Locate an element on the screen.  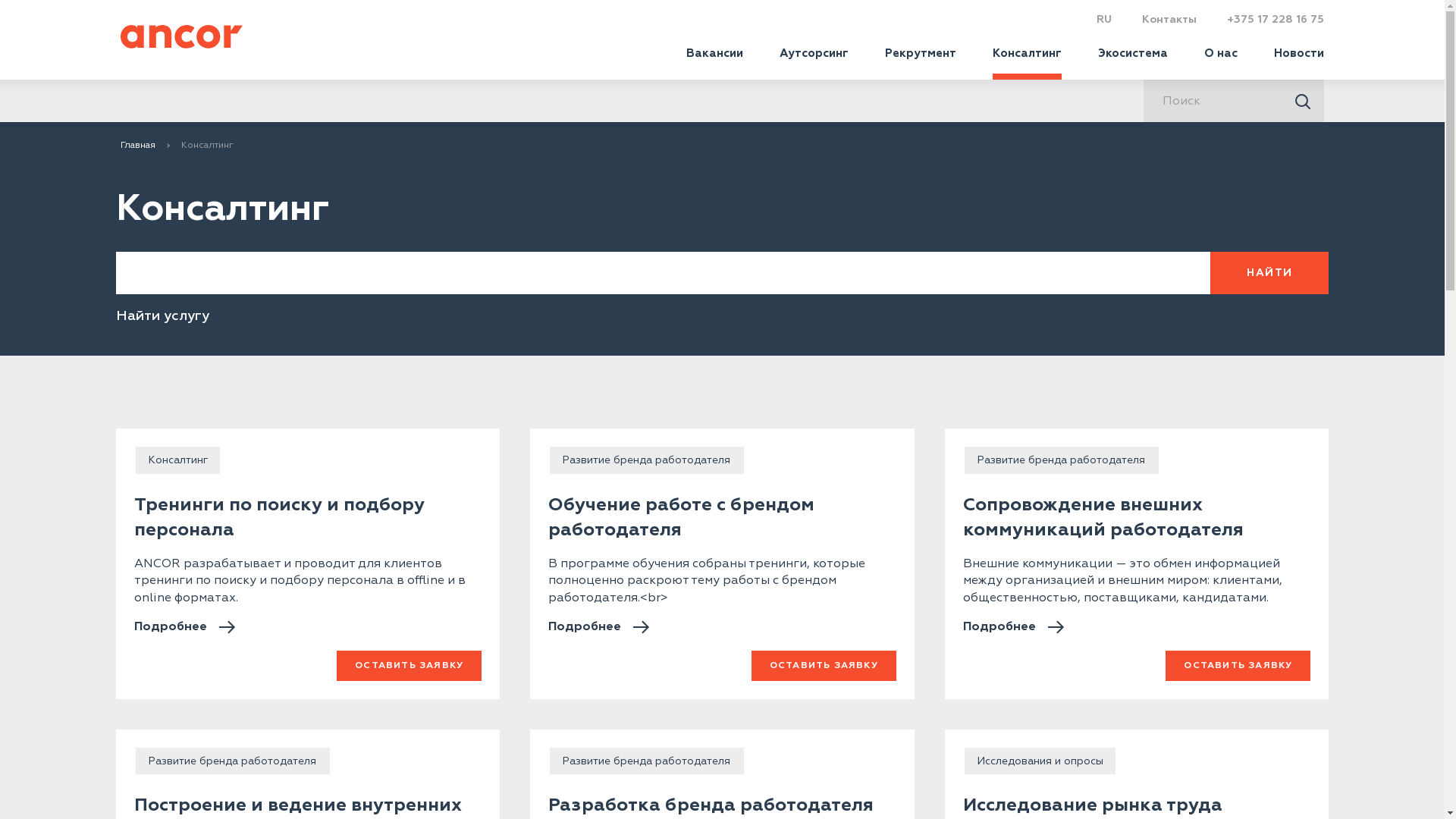
'+375 17 228 16 75' is located at coordinates (1226, 19).